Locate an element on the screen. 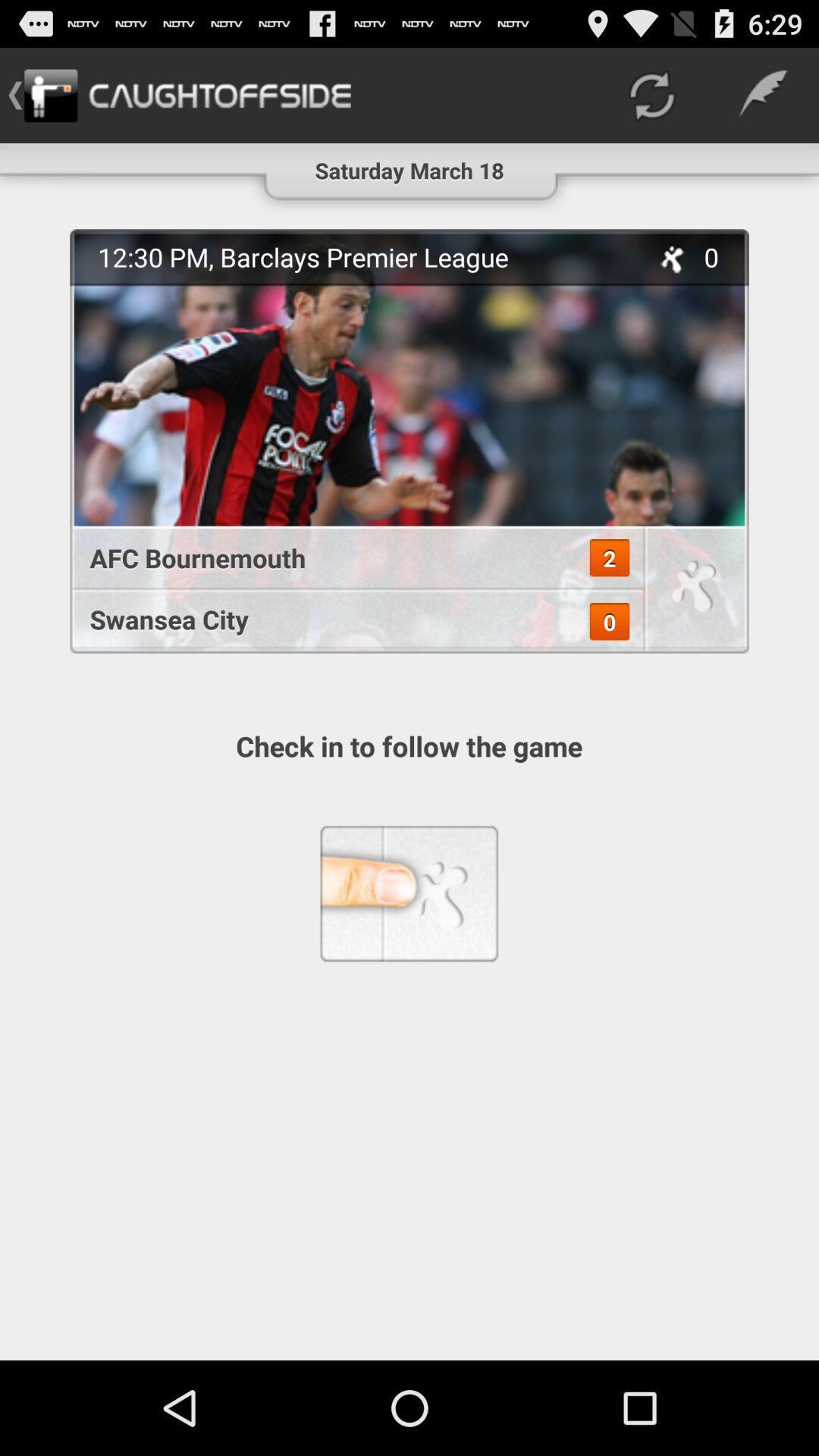  item below 12 30 pm icon is located at coordinates (348, 557).